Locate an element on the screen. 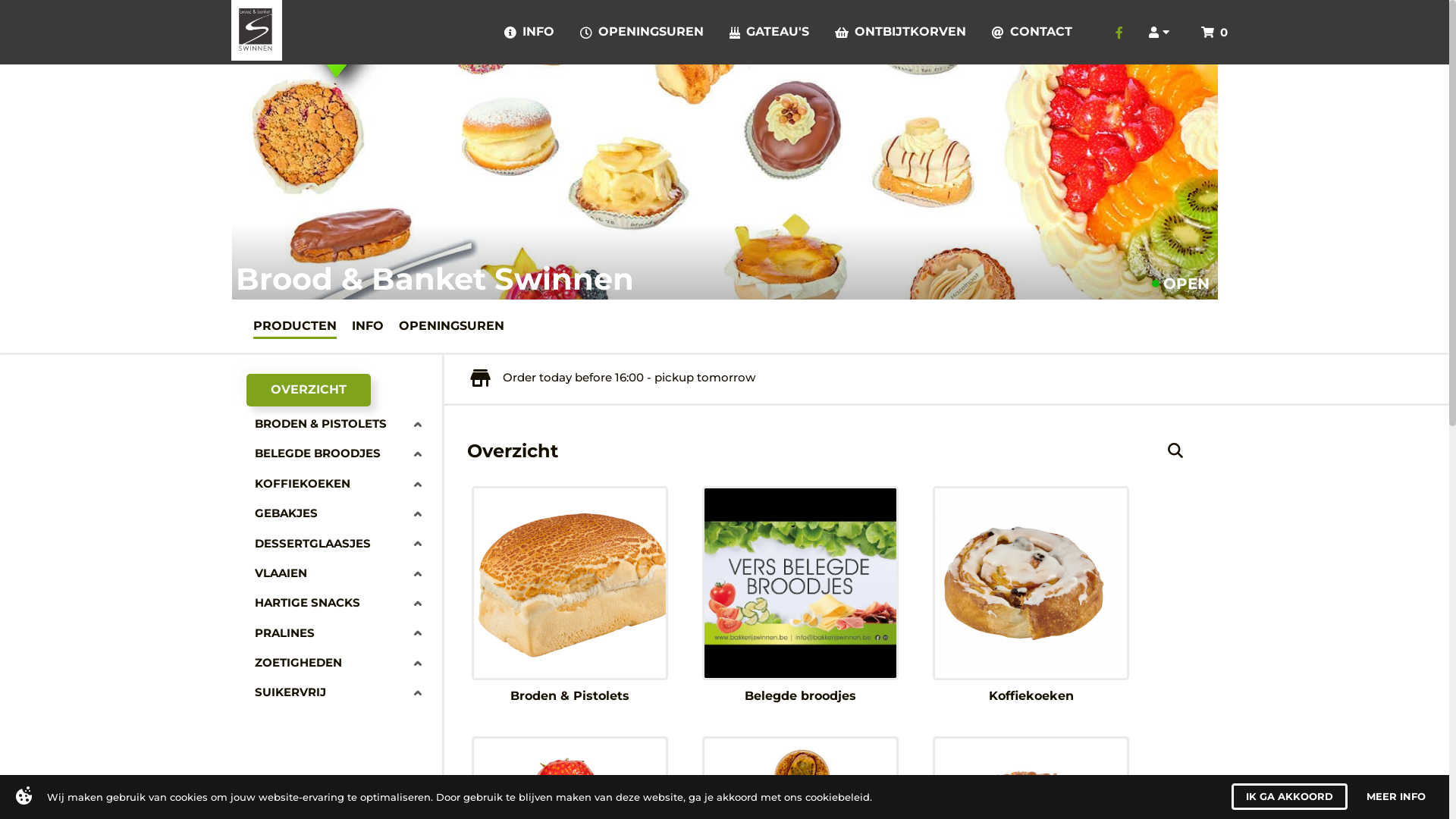 The width and height of the screenshot is (1456, 819). 'I AGREE' is located at coordinates (1316, 795).